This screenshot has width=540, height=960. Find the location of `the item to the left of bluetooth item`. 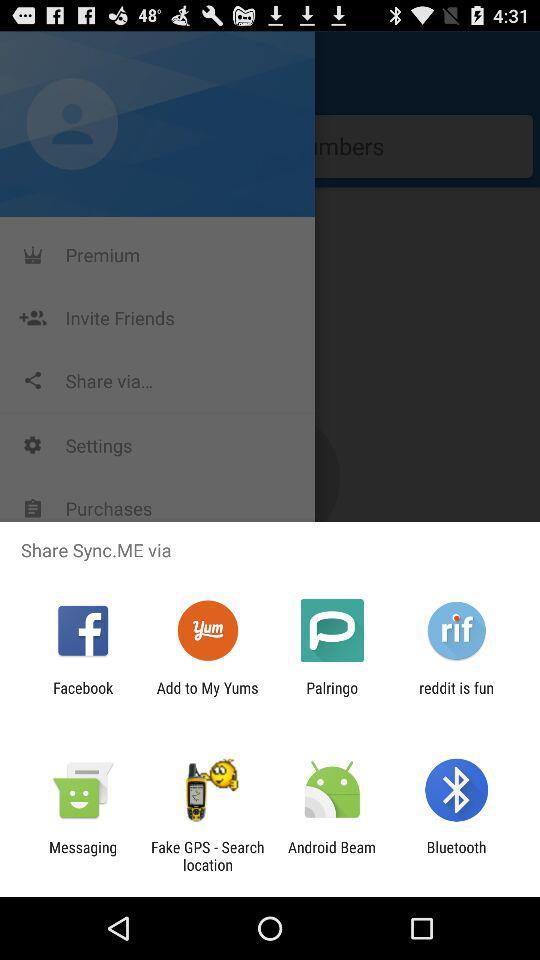

the item to the left of bluetooth item is located at coordinates (332, 855).